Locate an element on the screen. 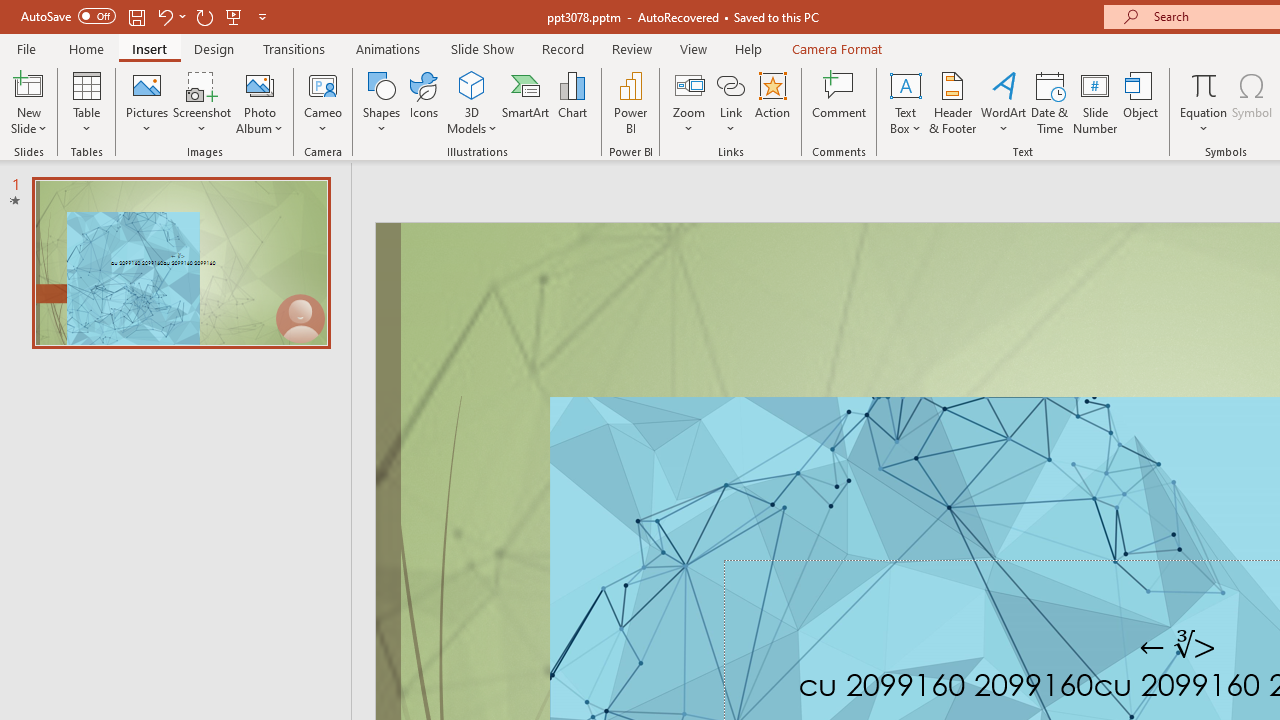 The image size is (1280, 720). 'Comment' is located at coordinates (839, 103).